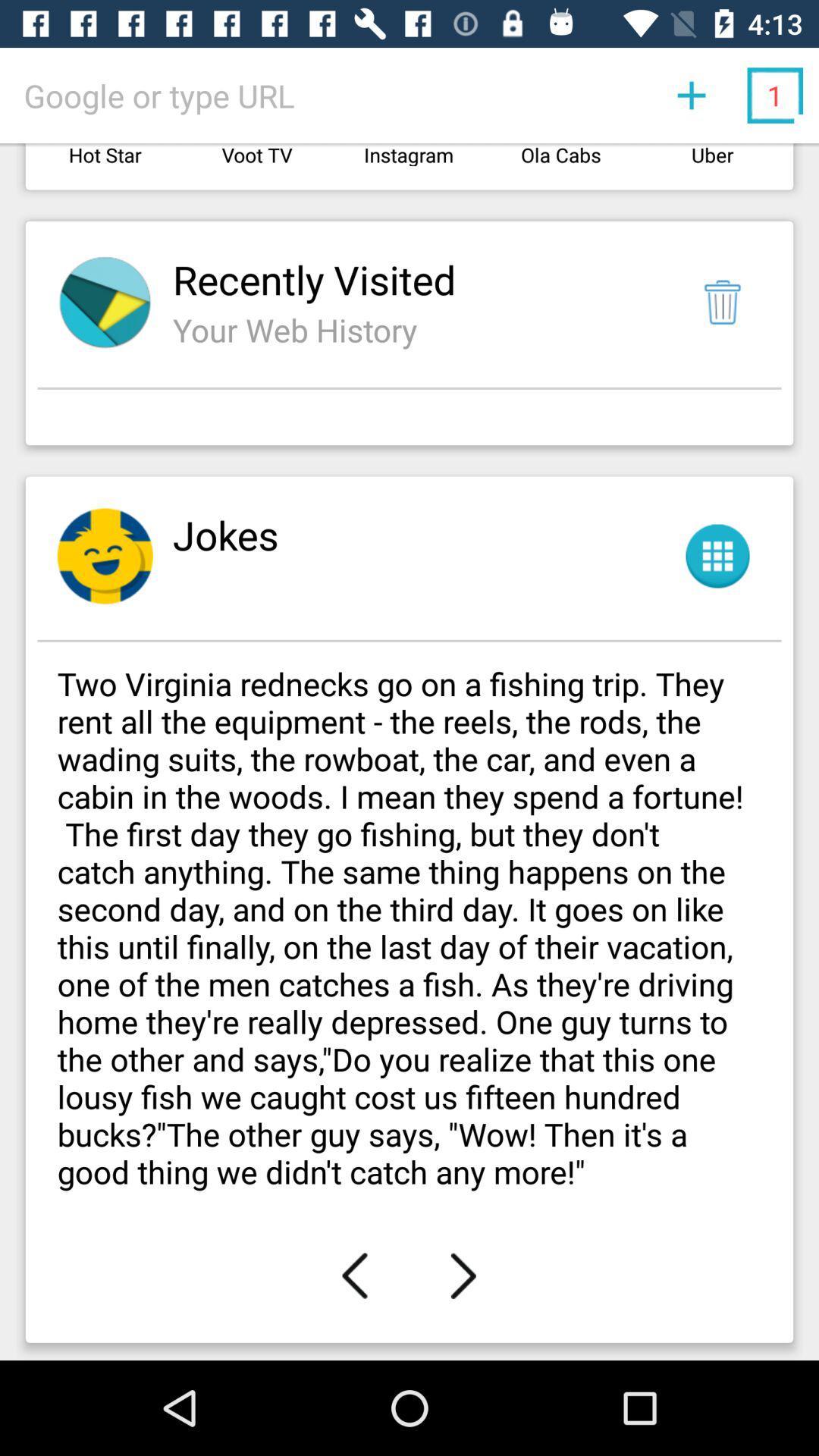 The image size is (819, 1456). What do you see at coordinates (409, 421) in the screenshot?
I see `icon above the jokes item` at bounding box center [409, 421].